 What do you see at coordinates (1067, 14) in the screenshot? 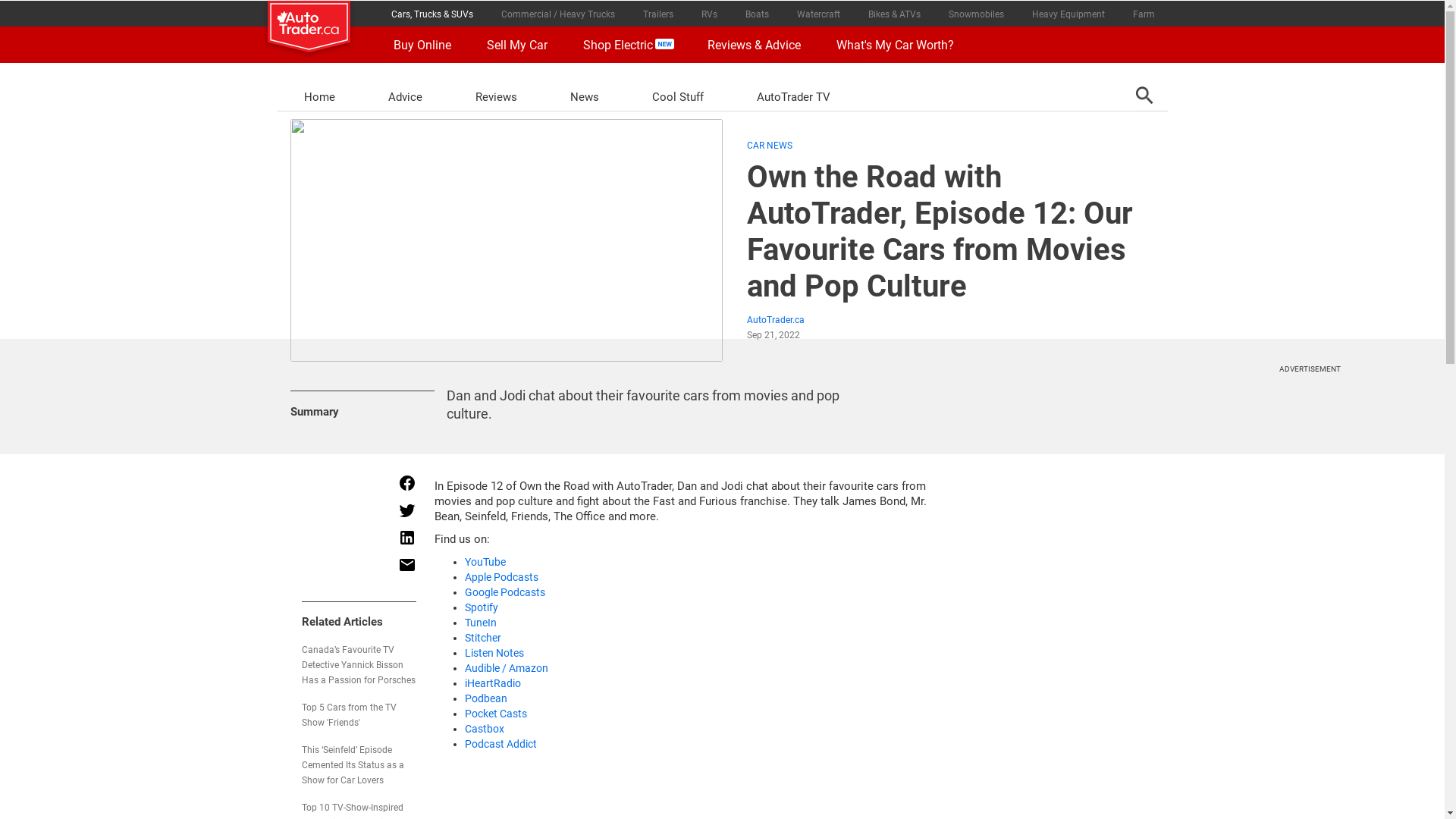
I see `'Heavy Equipment'` at bounding box center [1067, 14].